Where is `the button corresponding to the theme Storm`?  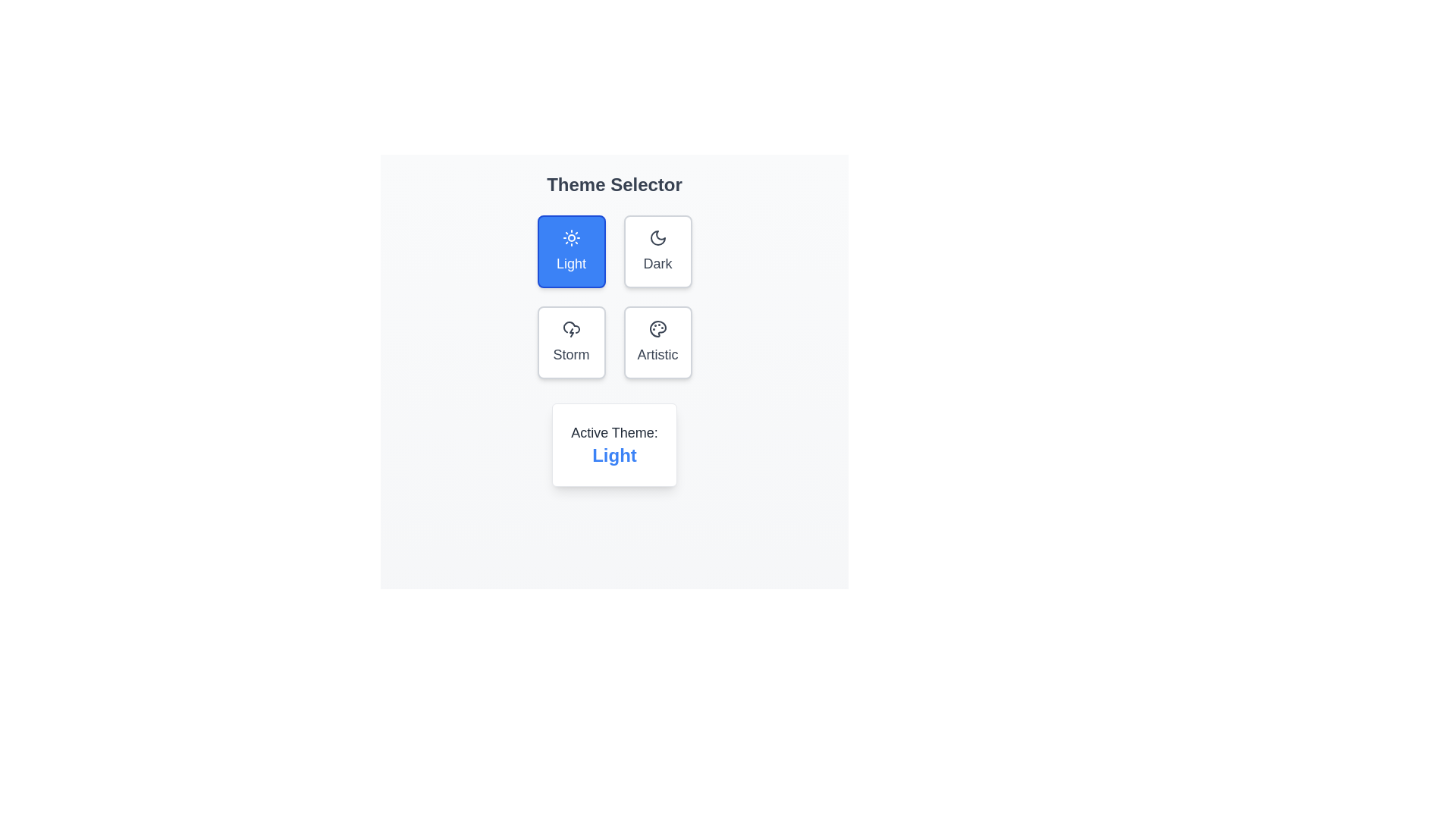 the button corresponding to the theme Storm is located at coordinates (570, 342).